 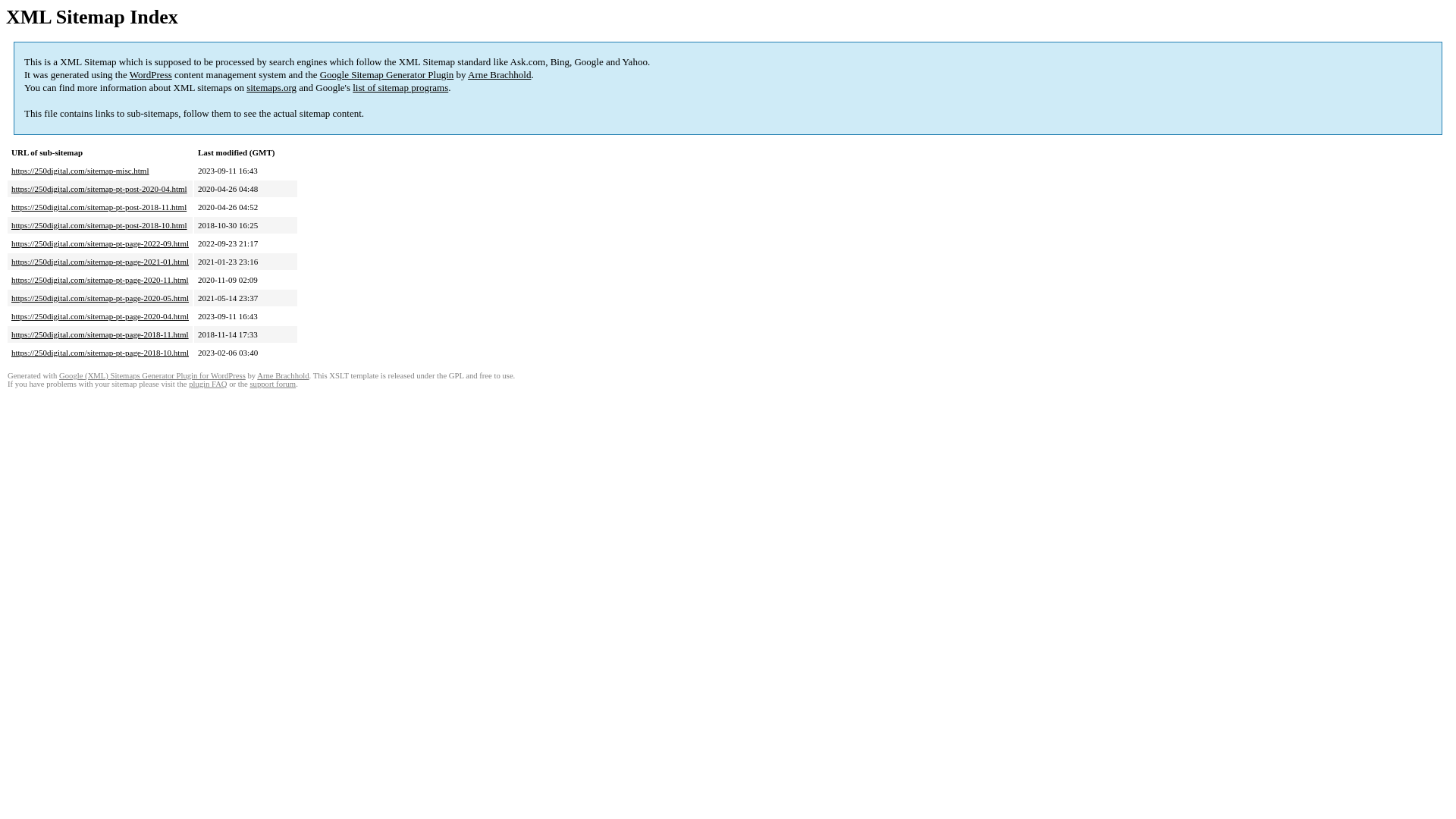 I want to click on 'https://250digital.com/sitemap-pt-post-2018-11.html', so click(x=98, y=207).